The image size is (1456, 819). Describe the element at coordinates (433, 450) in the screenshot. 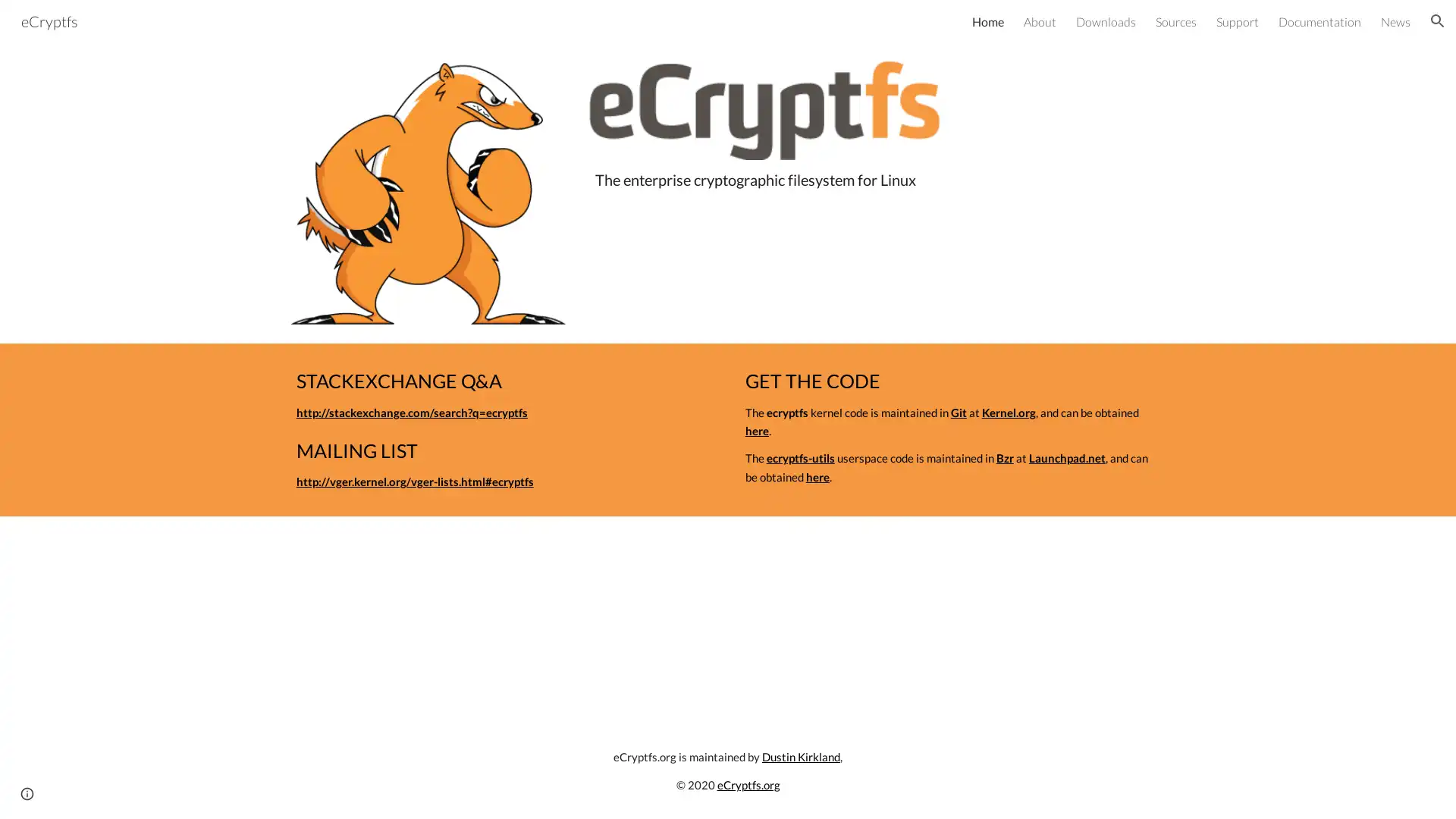

I see `Copy heading link` at that location.